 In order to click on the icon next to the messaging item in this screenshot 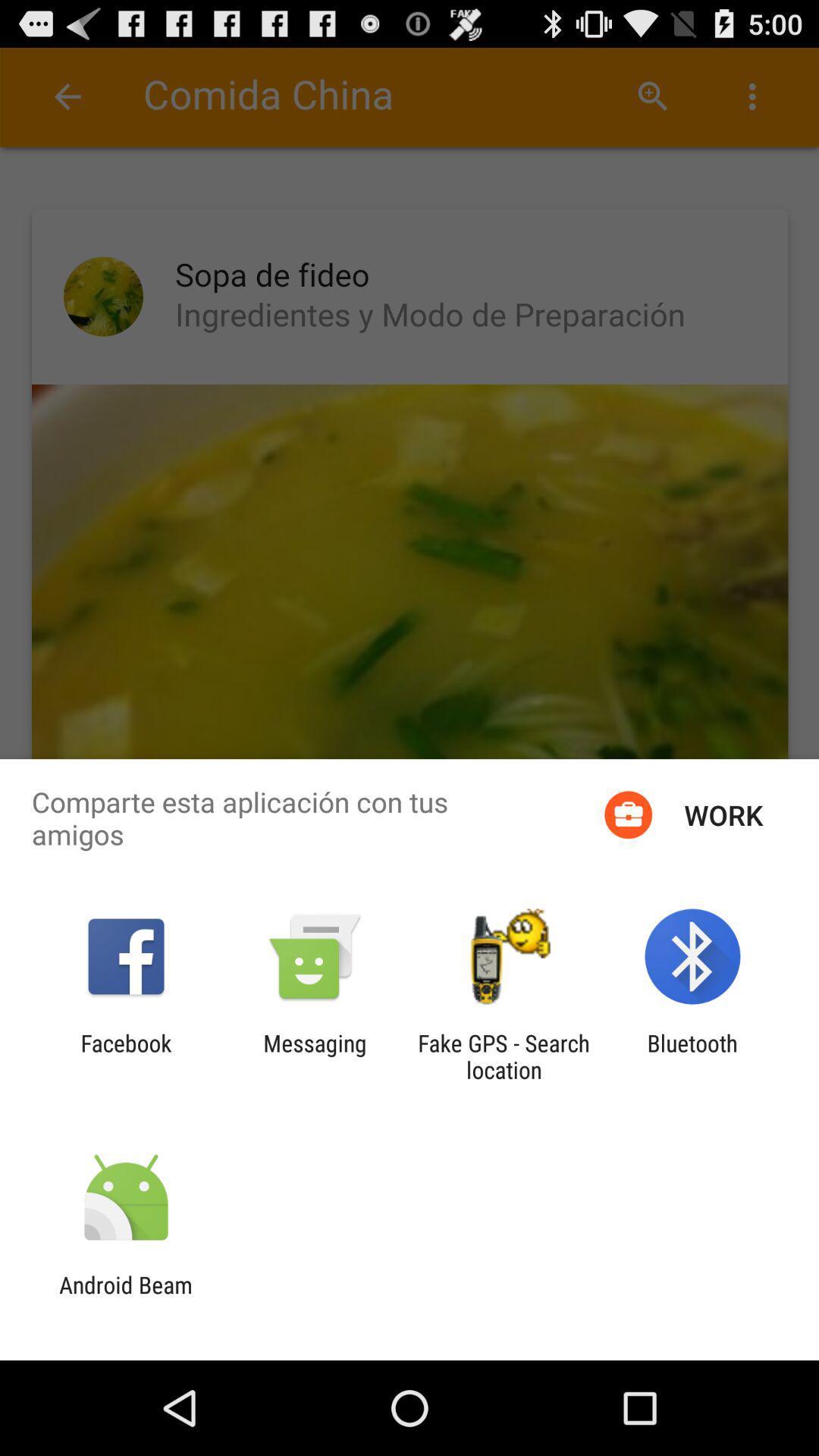, I will do `click(125, 1056)`.